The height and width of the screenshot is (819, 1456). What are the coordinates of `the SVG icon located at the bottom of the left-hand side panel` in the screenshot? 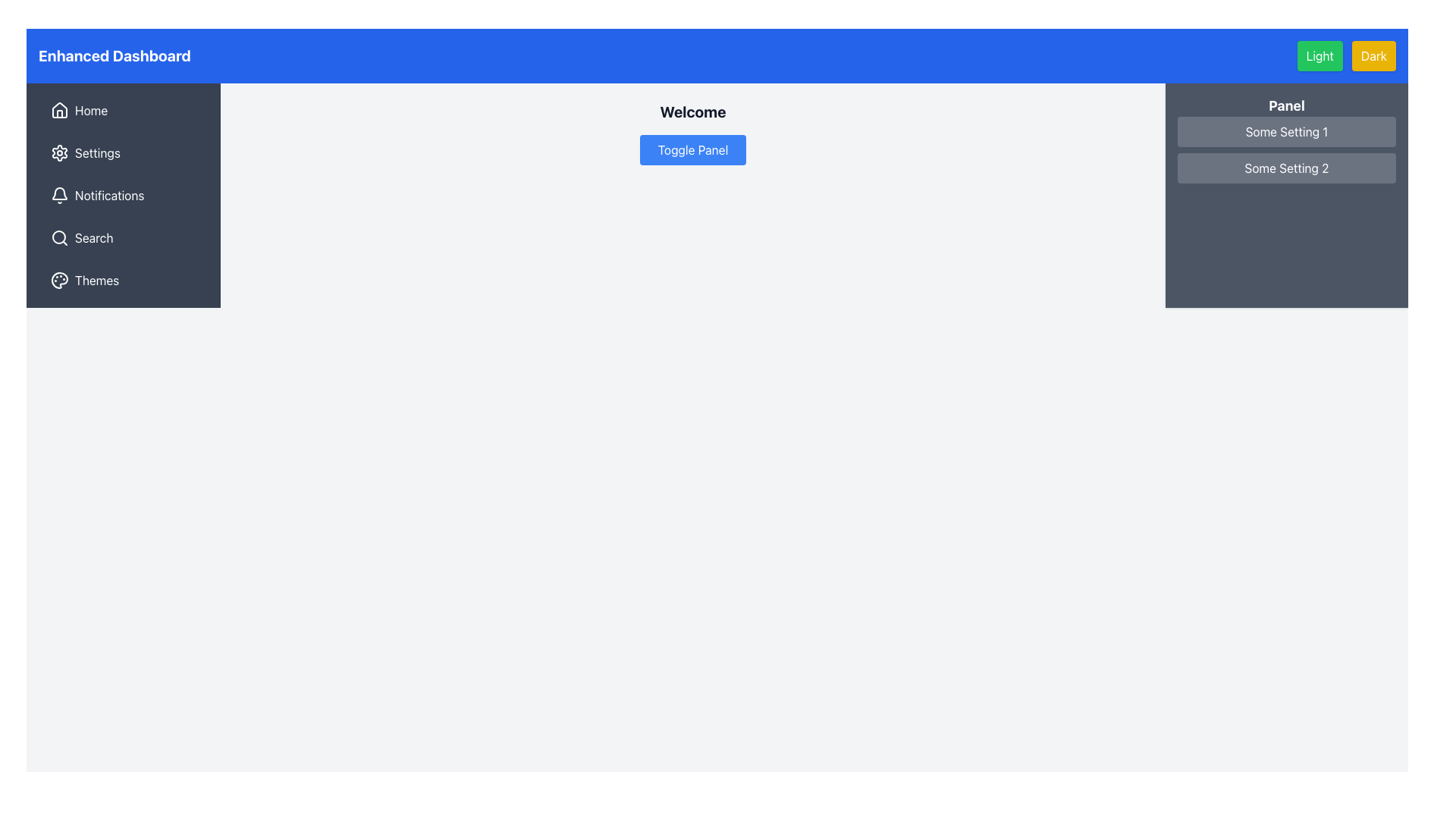 It's located at (59, 281).